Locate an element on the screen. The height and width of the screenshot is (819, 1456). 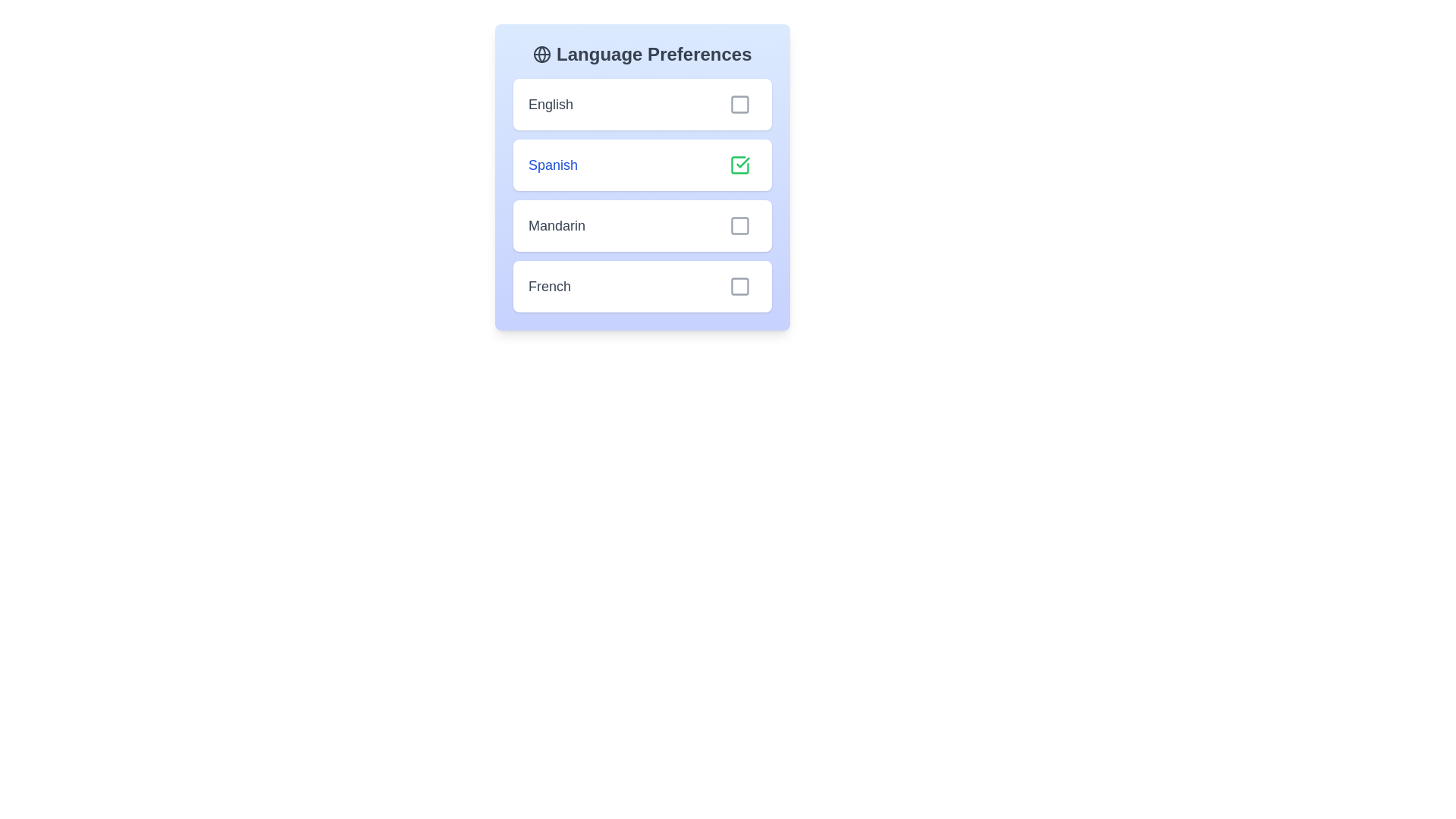
the toggle button is located at coordinates (739, 287).